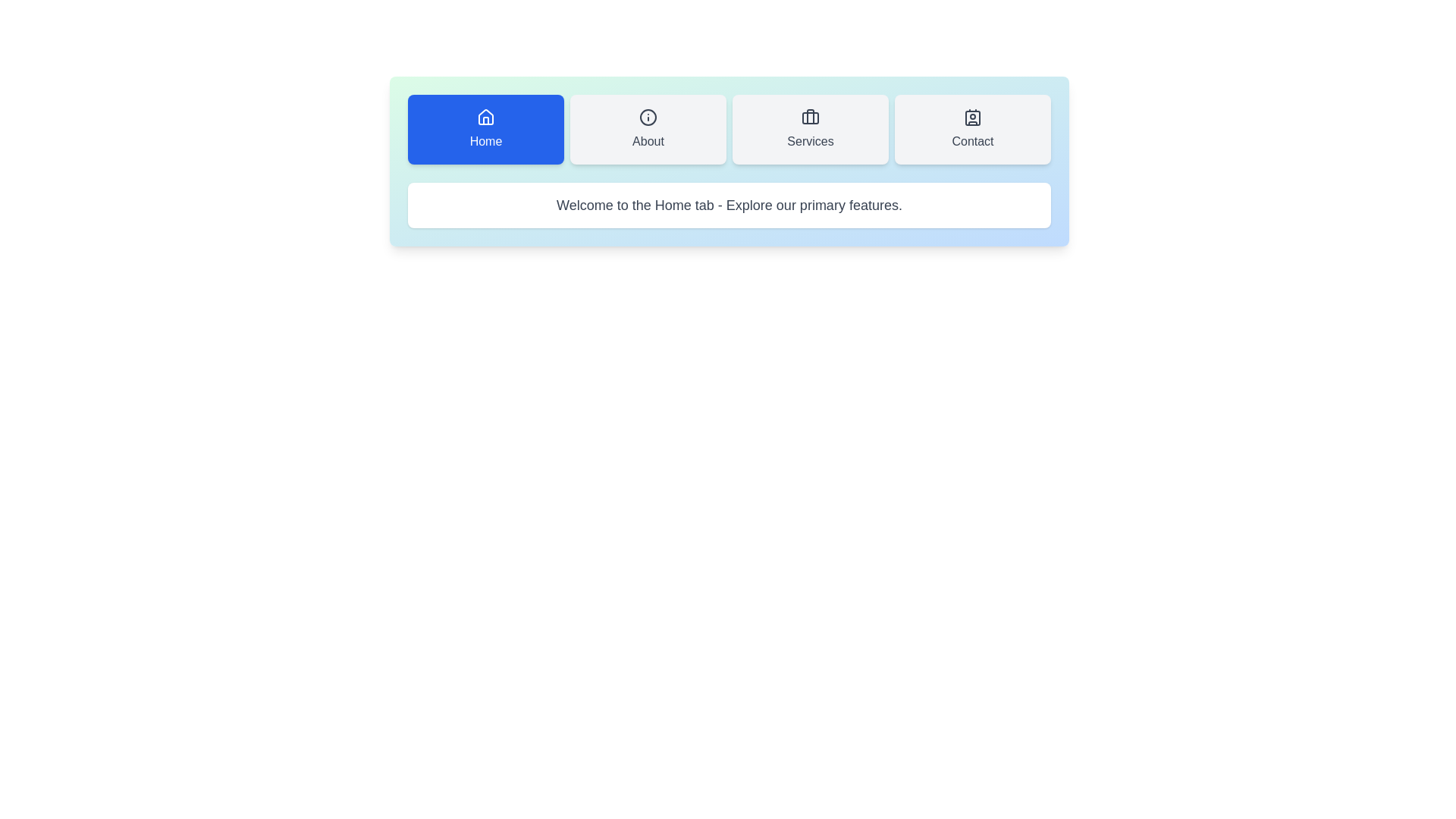 The width and height of the screenshot is (1456, 819). I want to click on the 'About' button, so click(648, 128).